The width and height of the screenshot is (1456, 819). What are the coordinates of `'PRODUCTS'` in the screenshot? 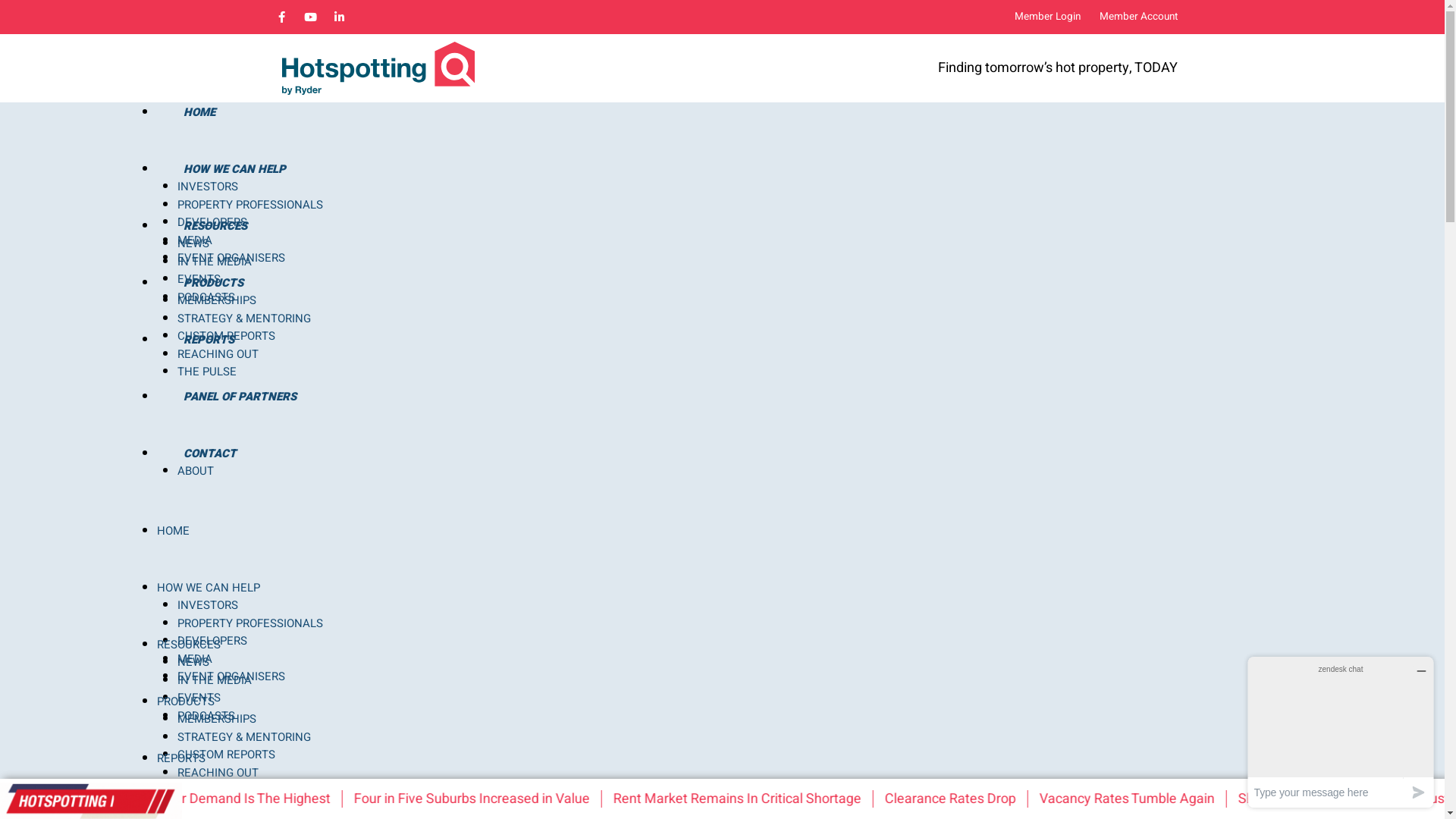 It's located at (212, 283).